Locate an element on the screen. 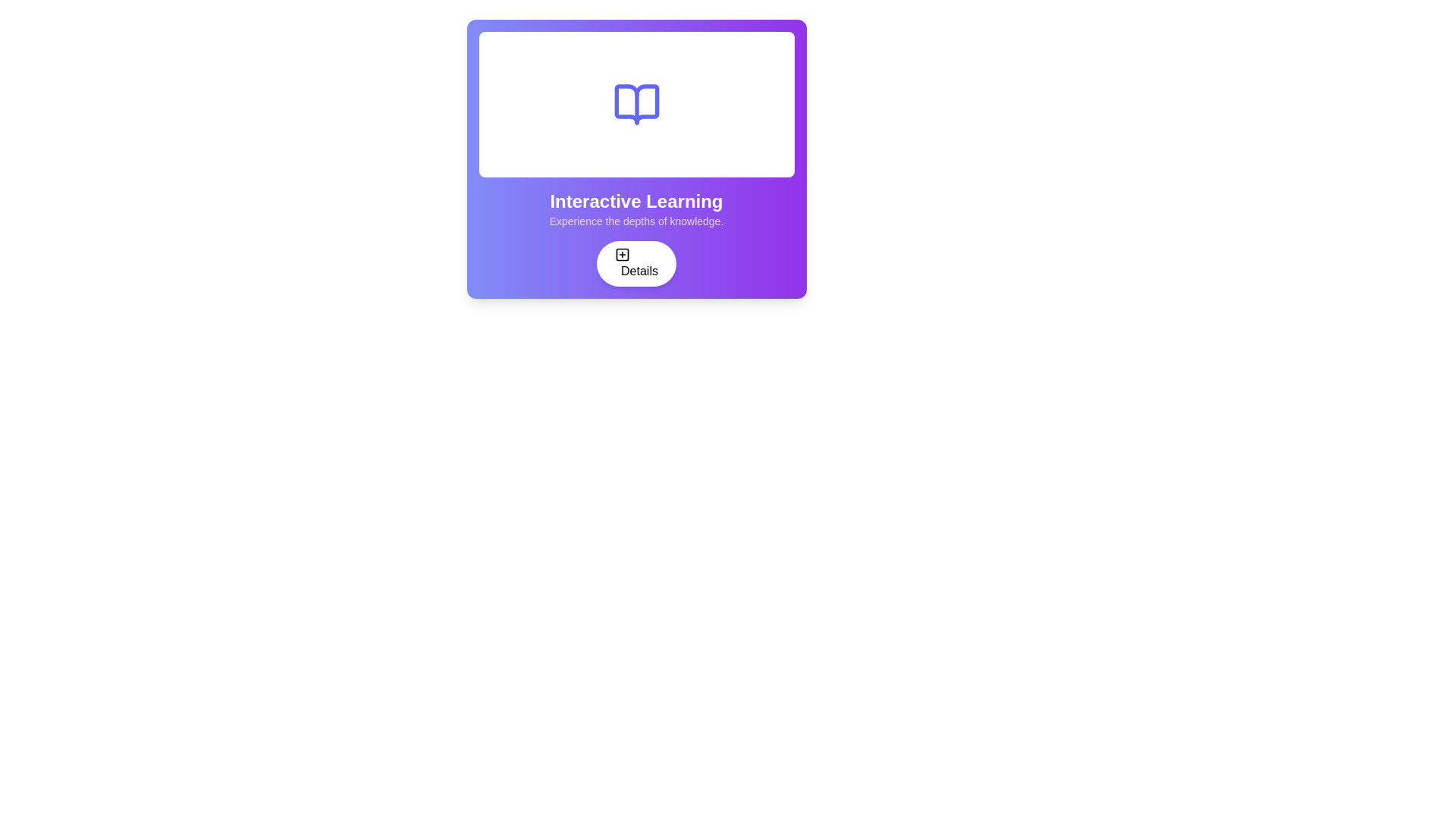 This screenshot has width=1456, height=819. the rounded button labeled 'Details' with a plus sign icon is located at coordinates (636, 262).